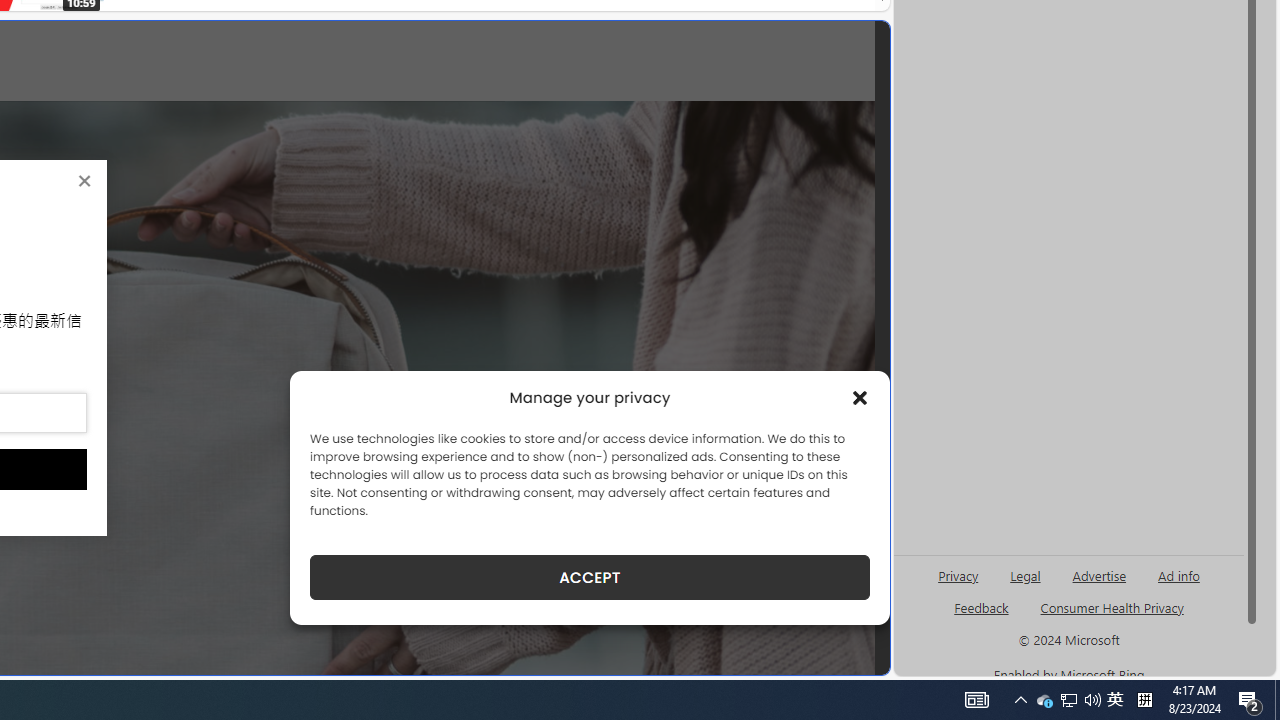 The width and height of the screenshot is (1280, 720). Describe the element at coordinates (860, 398) in the screenshot. I see `'Class: cmplz-close'` at that location.